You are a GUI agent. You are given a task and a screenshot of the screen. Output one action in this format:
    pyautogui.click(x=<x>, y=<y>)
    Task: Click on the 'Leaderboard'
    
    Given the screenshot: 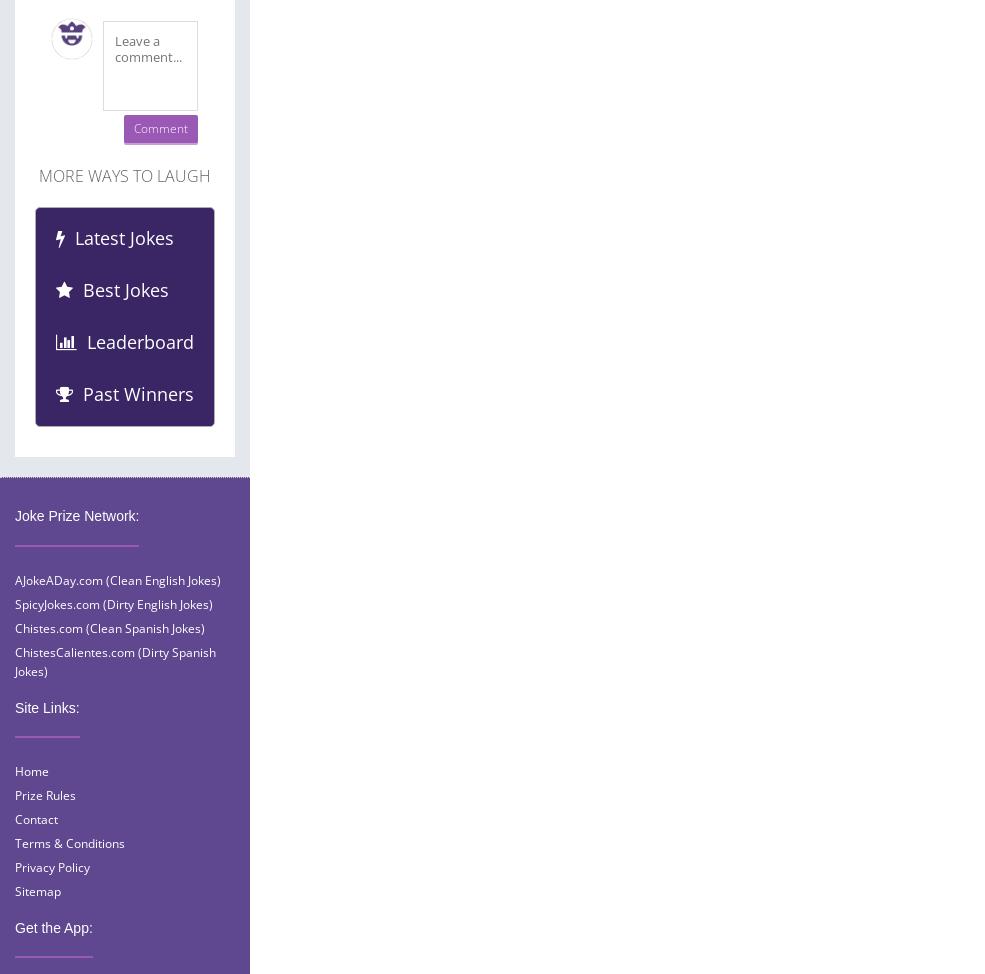 What is the action you would take?
    pyautogui.click(x=135, y=341)
    